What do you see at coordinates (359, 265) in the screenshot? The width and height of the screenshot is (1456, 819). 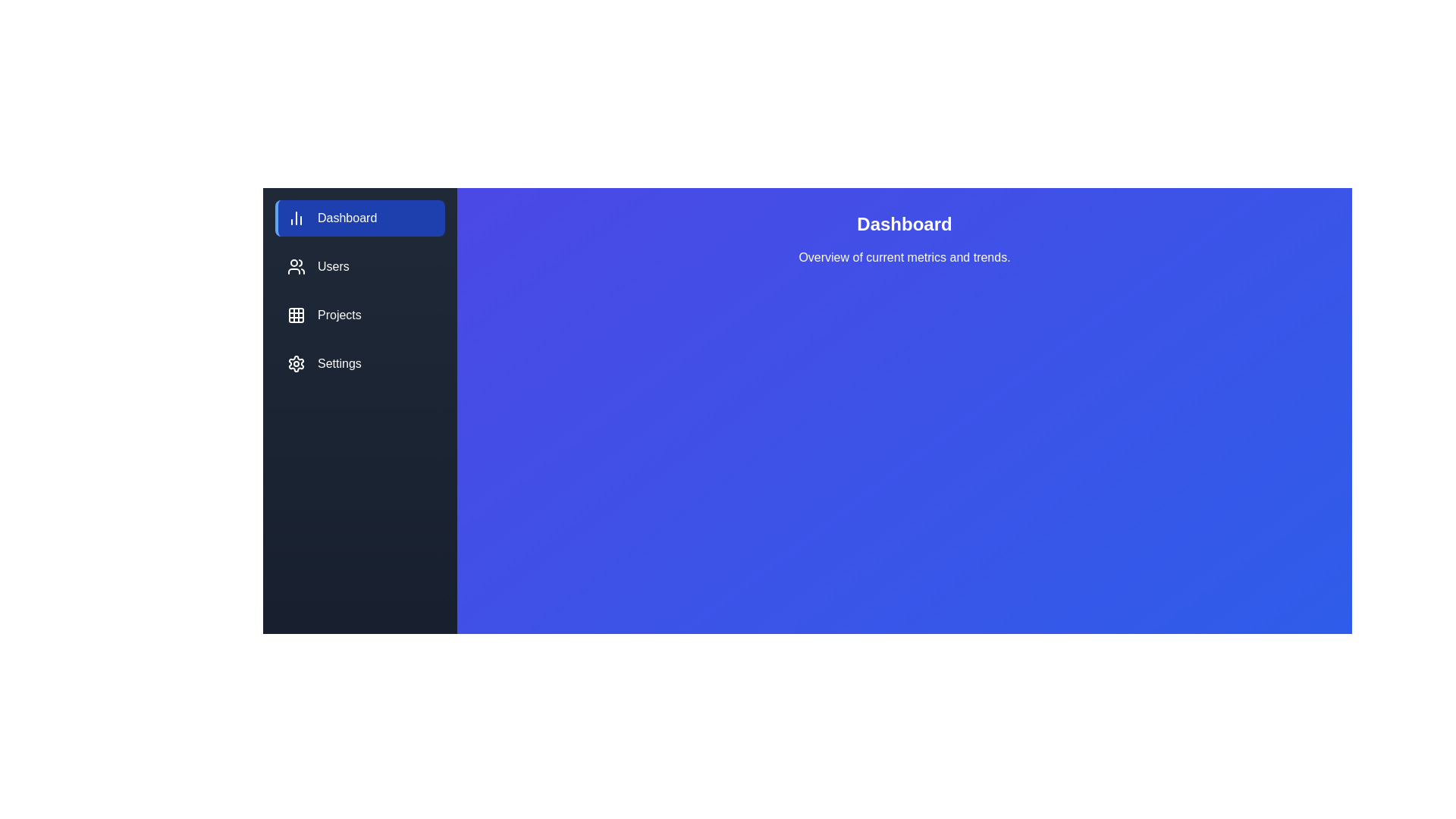 I see `the Users tab to observe visual feedback` at bounding box center [359, 265].